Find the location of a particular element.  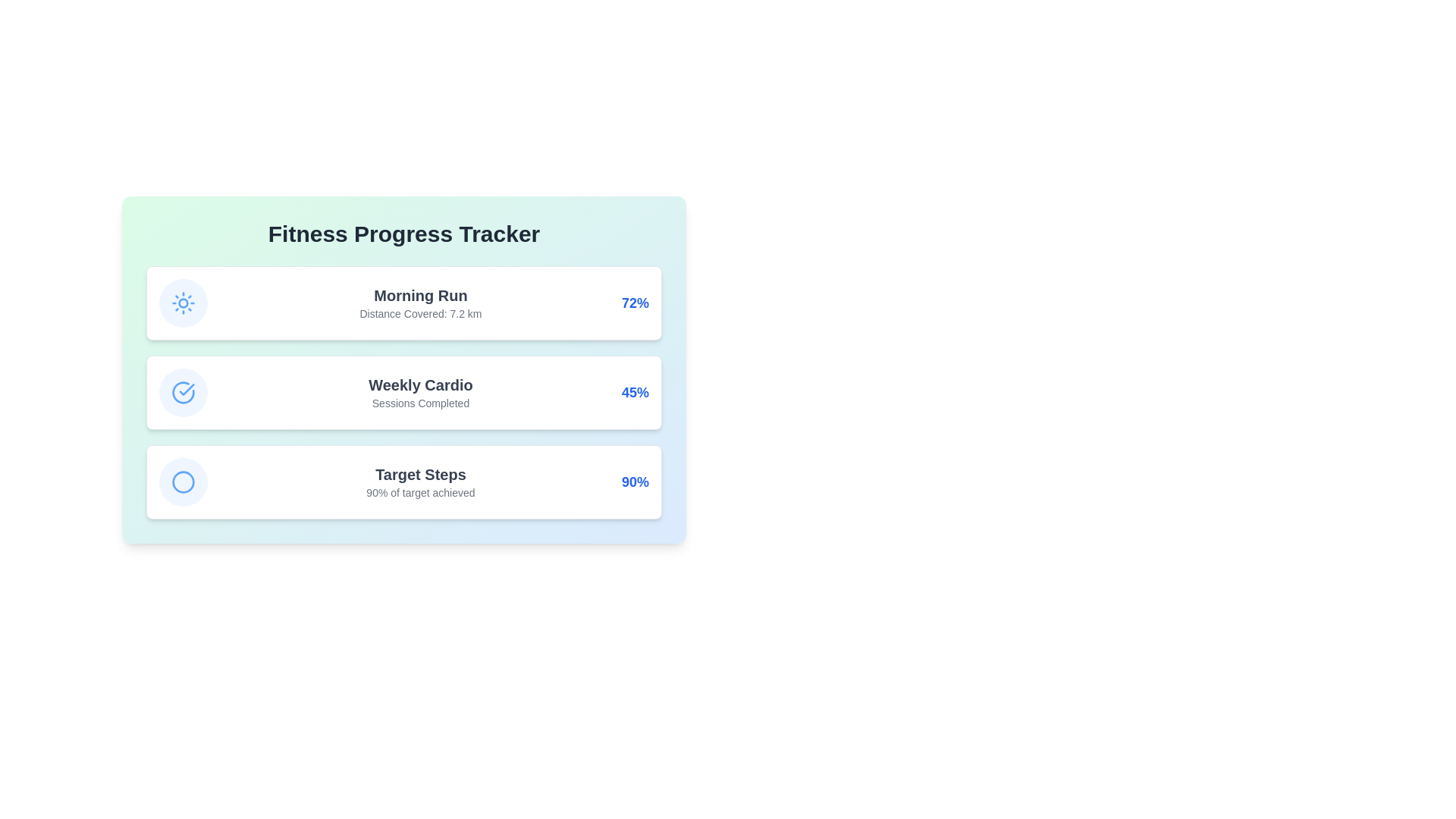

the sun icon which is a blue circular icon with radial lines, located on the left side of the first item in the vertically arranged list of progress trackers within the 'Fitness Progress Tracker' panel is located at coordinates (182, 303).